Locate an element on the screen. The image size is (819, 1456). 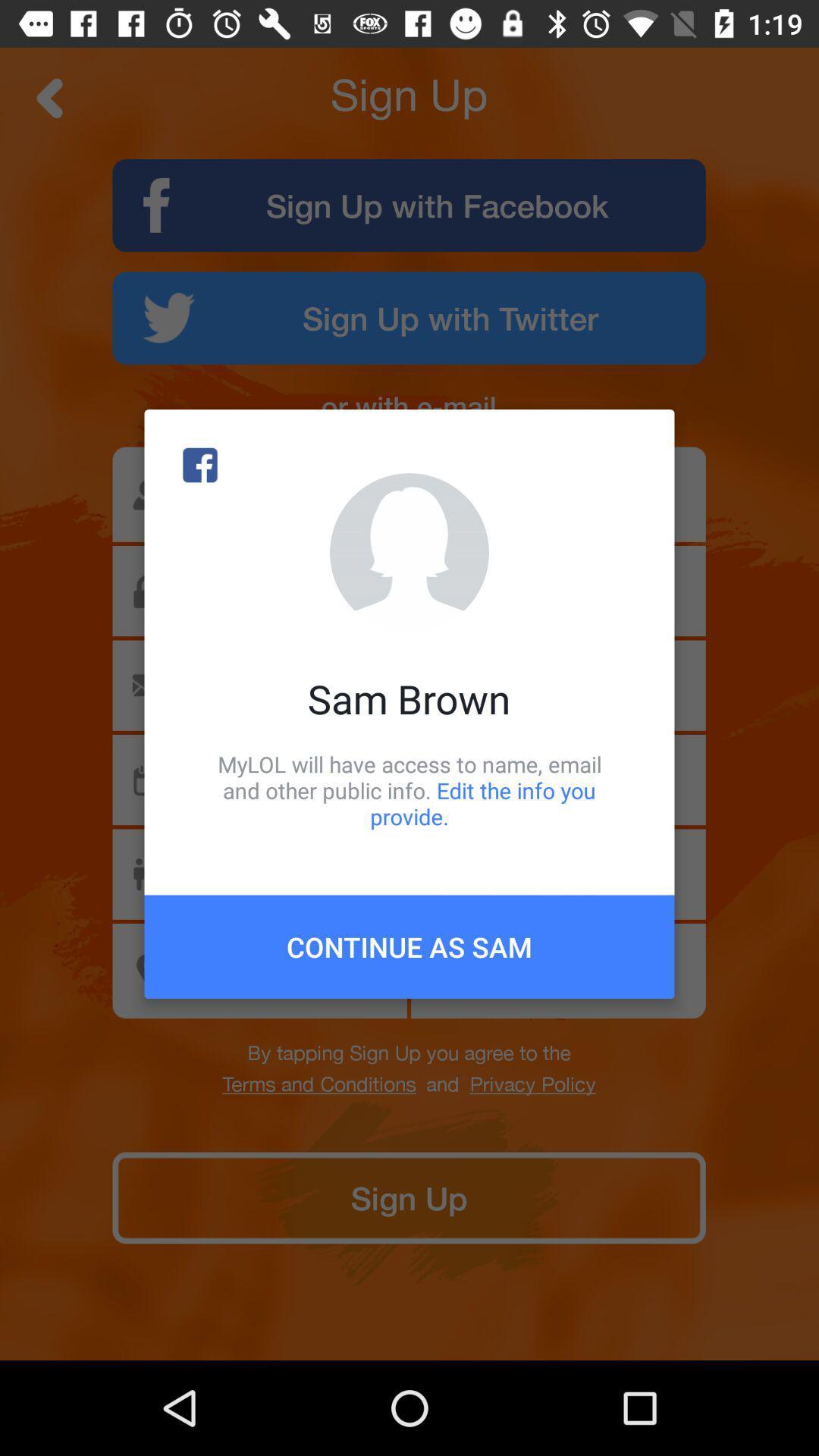
the continue as sam is located at coordinates (409, 946).